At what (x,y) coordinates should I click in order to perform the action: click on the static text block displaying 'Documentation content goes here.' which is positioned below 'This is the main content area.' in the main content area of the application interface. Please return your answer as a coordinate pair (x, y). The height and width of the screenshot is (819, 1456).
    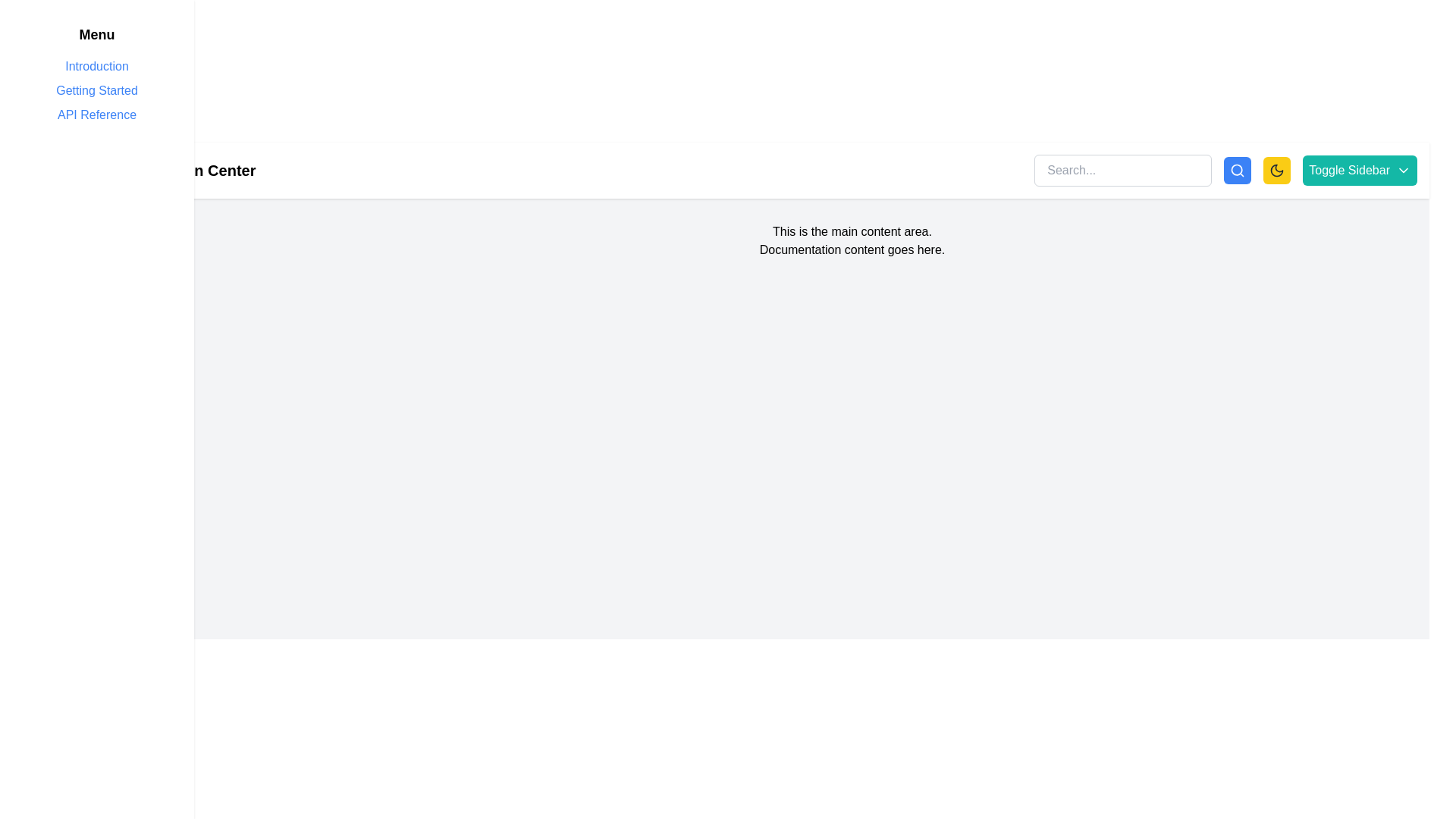
    Looking at the image, I should click on (852, 249).